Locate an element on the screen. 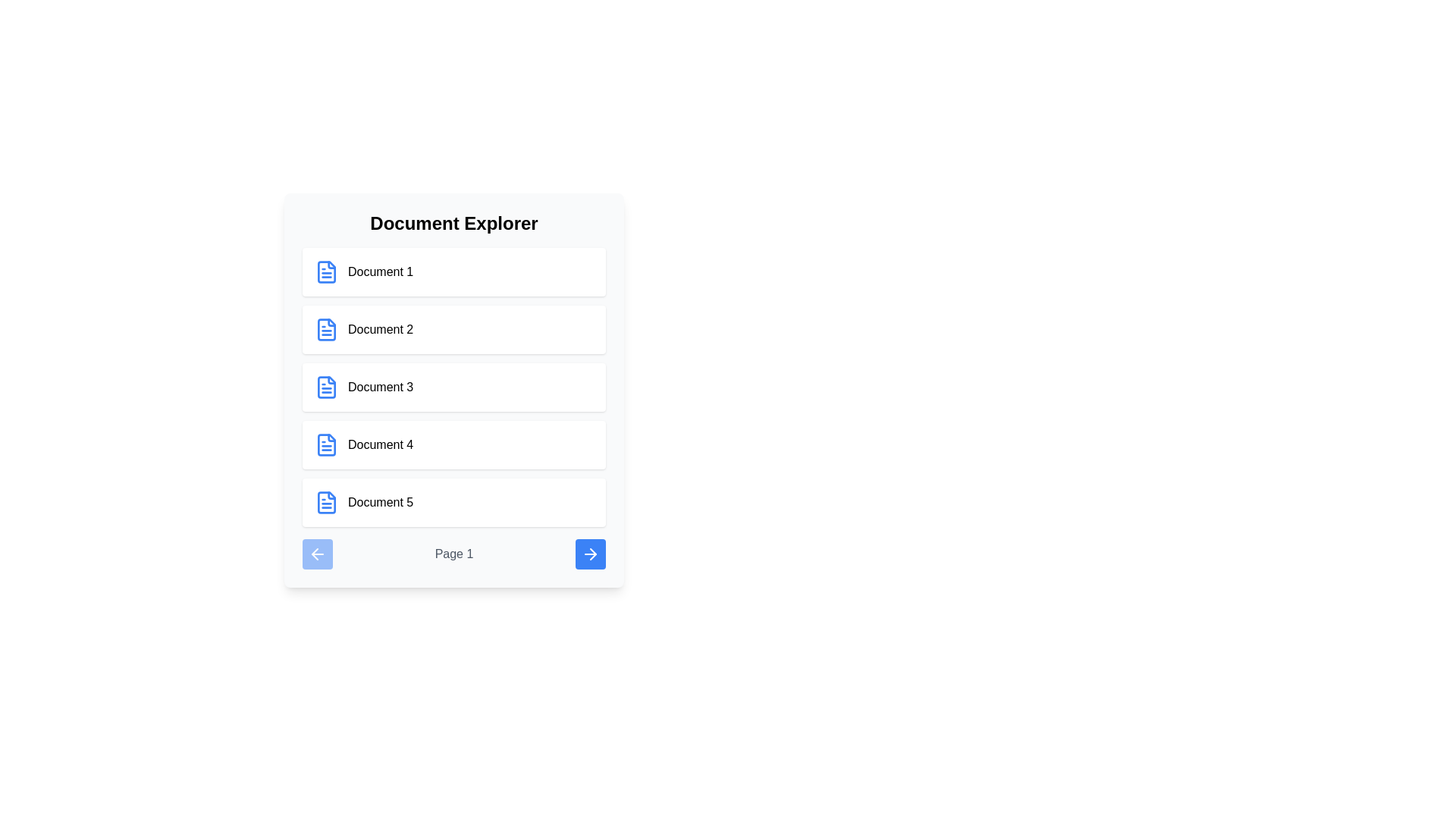  the document icon labeled 'Document 2', which is represented by a small blue rectangular outline with a folded corner, located in the second position among the document icons is located at coordinates (326, 329).